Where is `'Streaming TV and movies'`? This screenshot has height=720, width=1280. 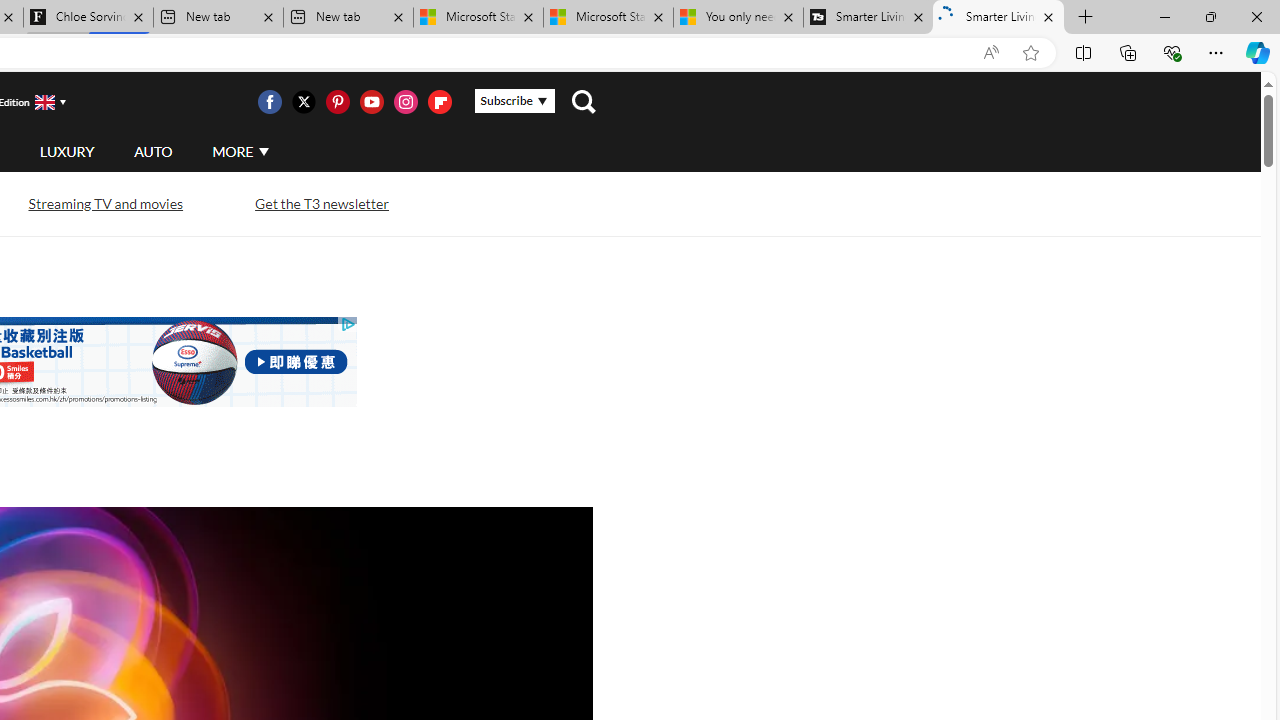
'Streaming TV and movies' is located at coordinates (103, 203).